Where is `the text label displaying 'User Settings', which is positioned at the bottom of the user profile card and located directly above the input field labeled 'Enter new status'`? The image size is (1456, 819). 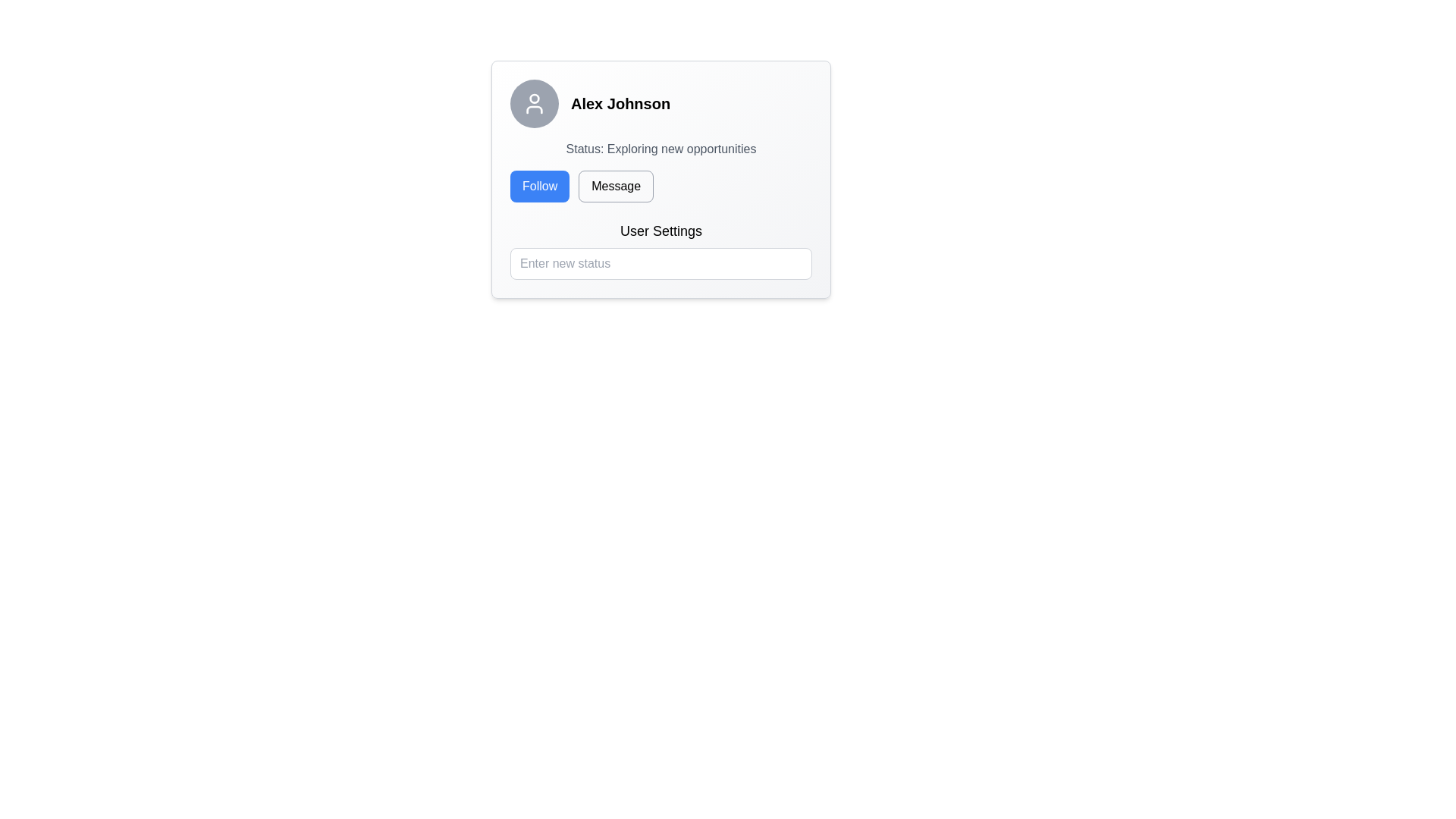 the text label displaying 'User Settings', which is positioned at the bottom of the user profile card and located directly above the input field labeled 'Enter new status' is located at coordinates (661, 231).